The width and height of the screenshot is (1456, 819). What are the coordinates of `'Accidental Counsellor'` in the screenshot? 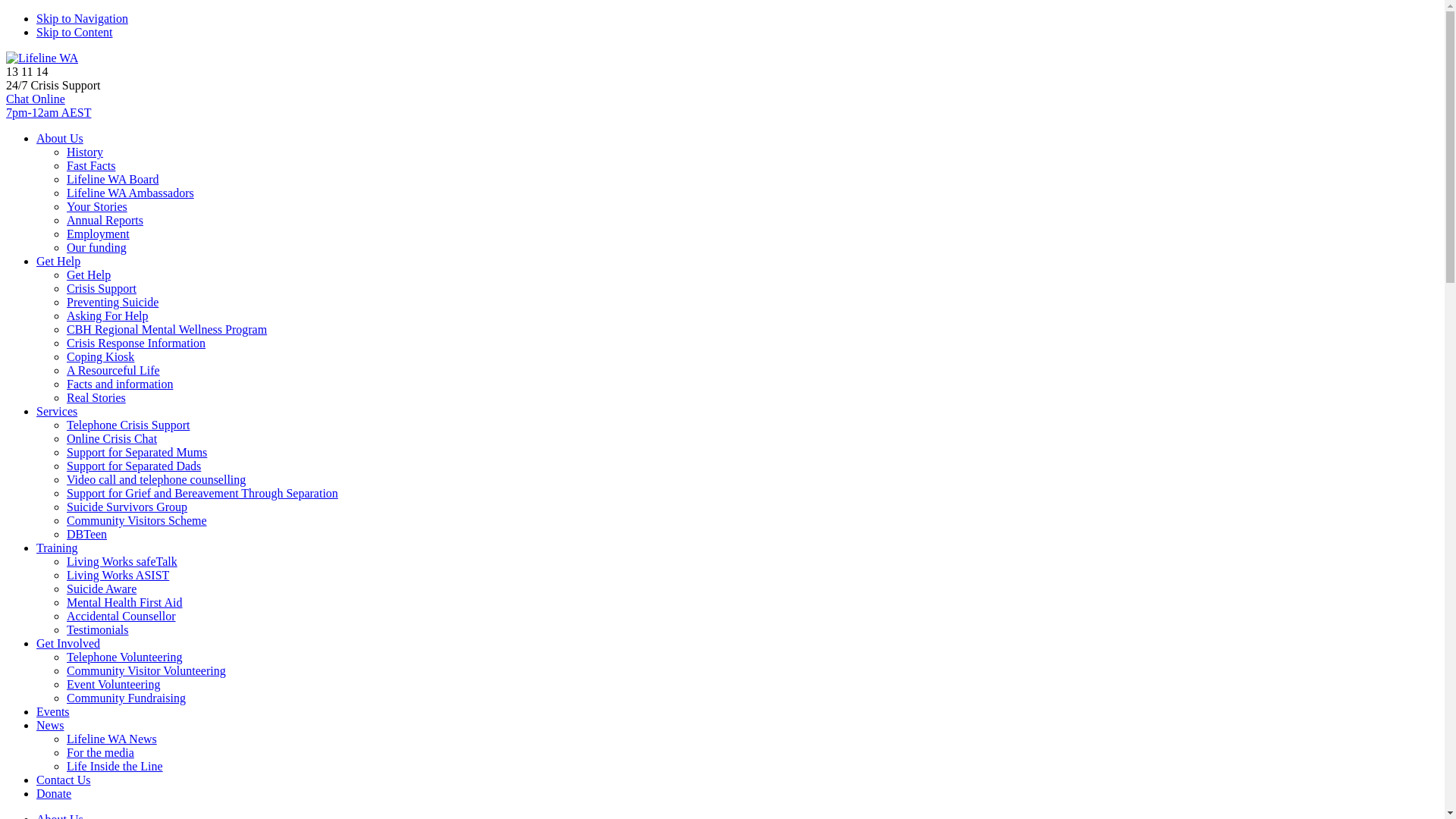 It's located at (120, 616).